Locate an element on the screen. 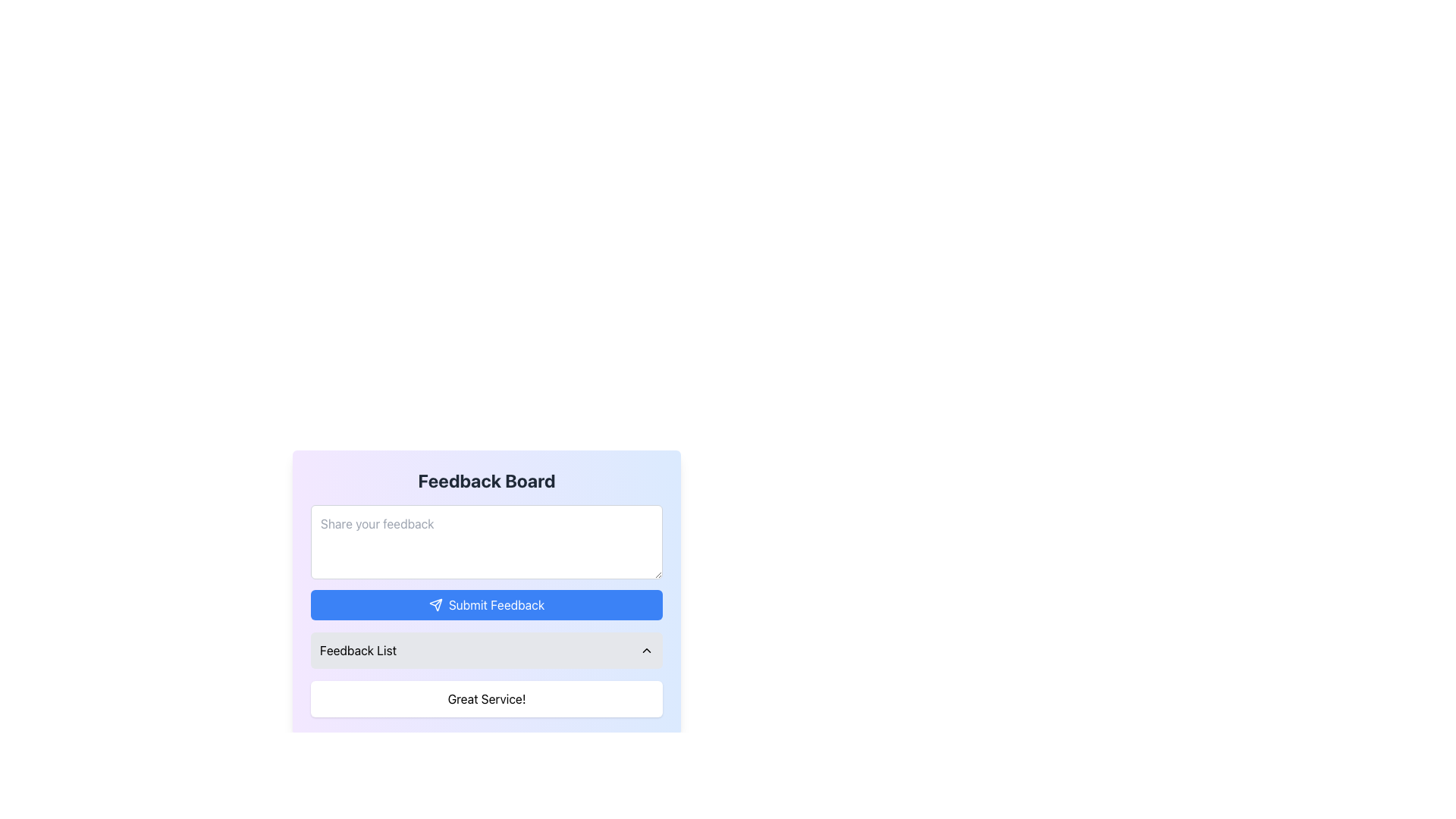 Image resolution: width=1456 pixels, height=819 pixels. the 'Submit Feedback' button which contains the icon for sending or submitting data, located at the center of the card element is located at coordinates (435, 604).